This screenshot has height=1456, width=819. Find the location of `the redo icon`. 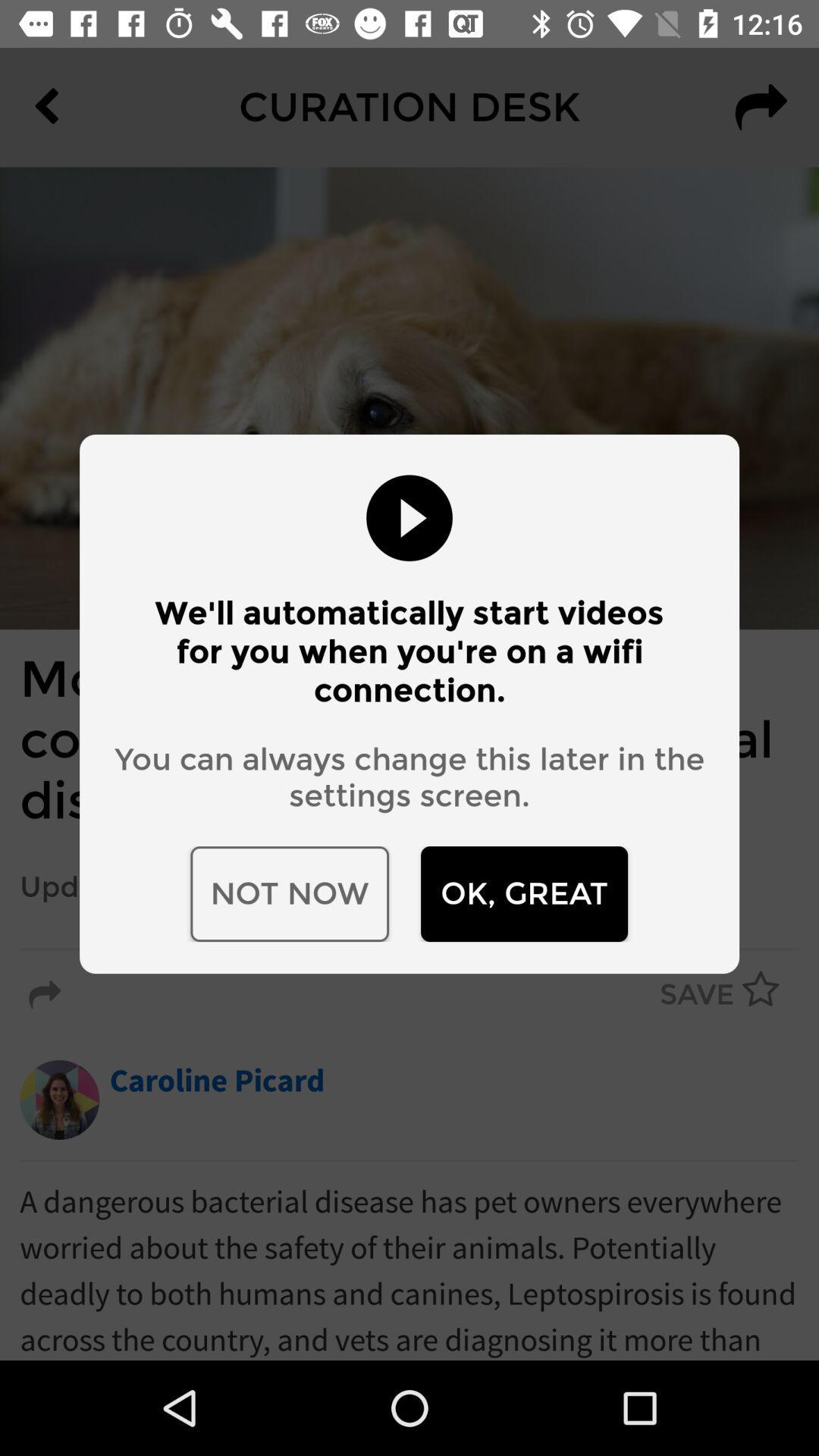

the redo icon is located at coordinates (761, 106).